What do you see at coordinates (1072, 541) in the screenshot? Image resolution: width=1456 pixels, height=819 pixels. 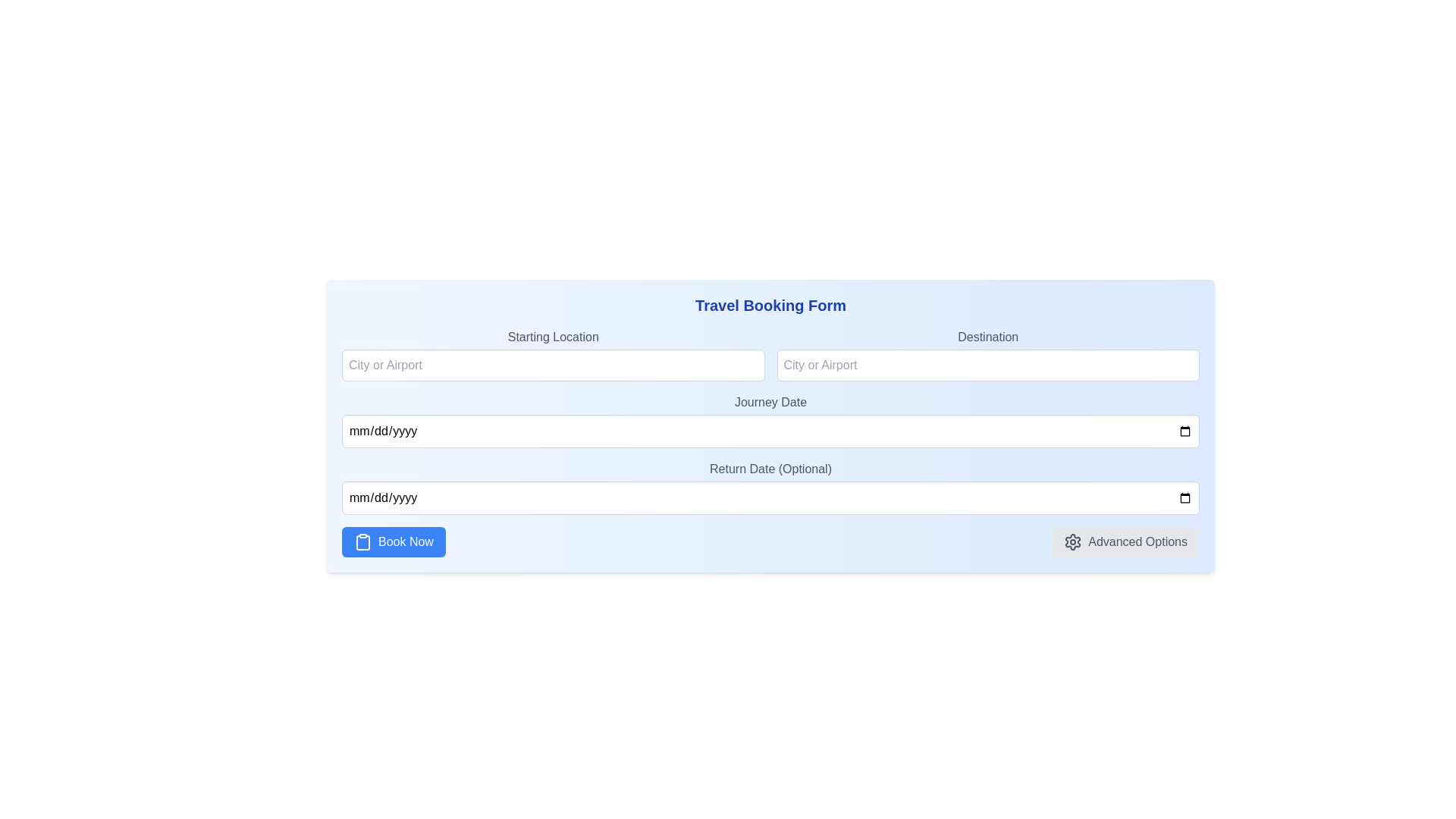 I see `the gear icon, which is part of the SVG graphic located within the 'Advanced Options' button on the bottom-right corner of the 'Travel Booking Form' interface` at bounding box center [1072, 541].